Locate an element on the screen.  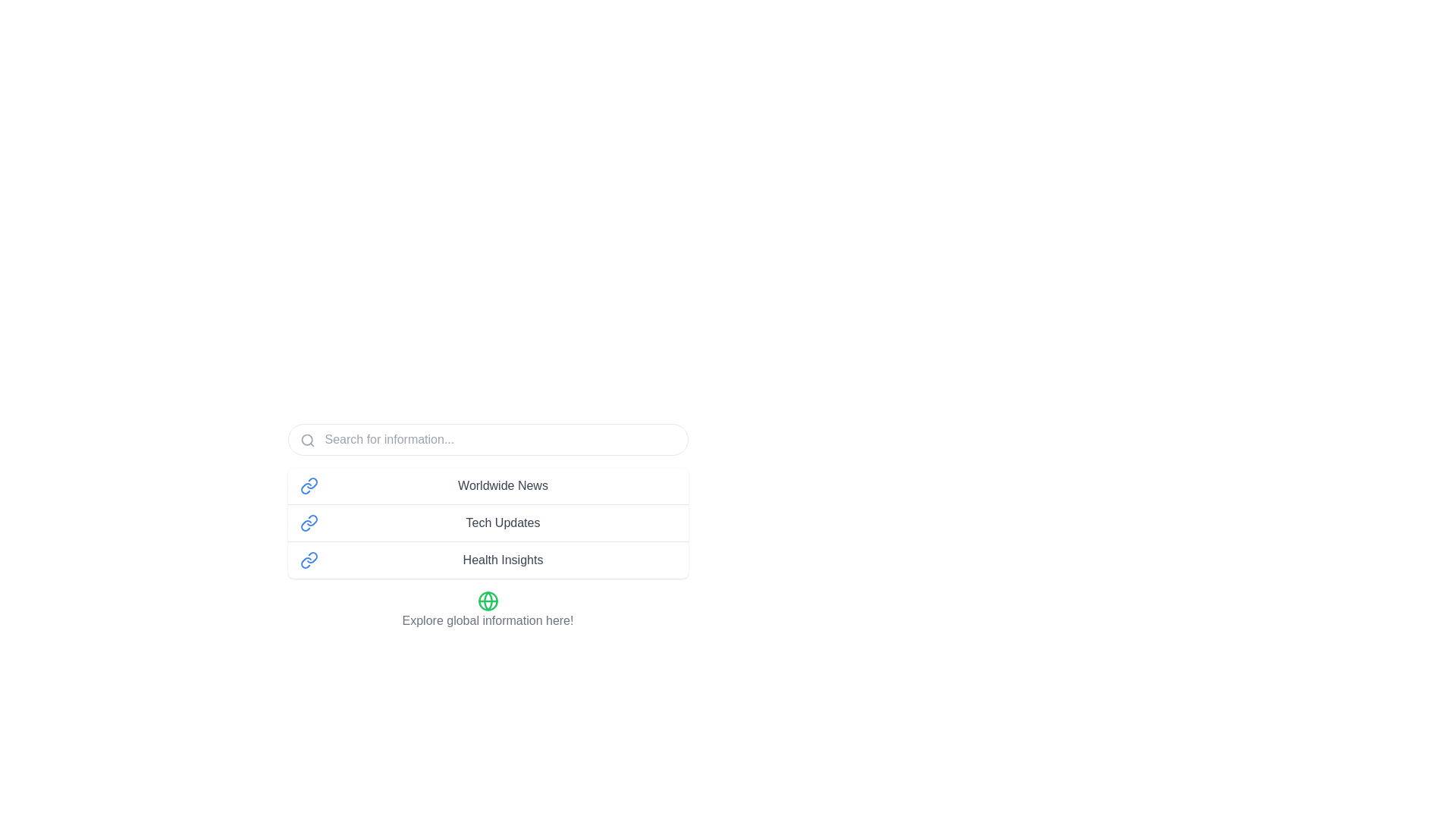
the 'Tech Updates' navigation link, which is the second item in a vertically stacked list of navigation options, positioned below 'Worldwide News' and above 'Health Insights' is located at coordinates (488, 522).